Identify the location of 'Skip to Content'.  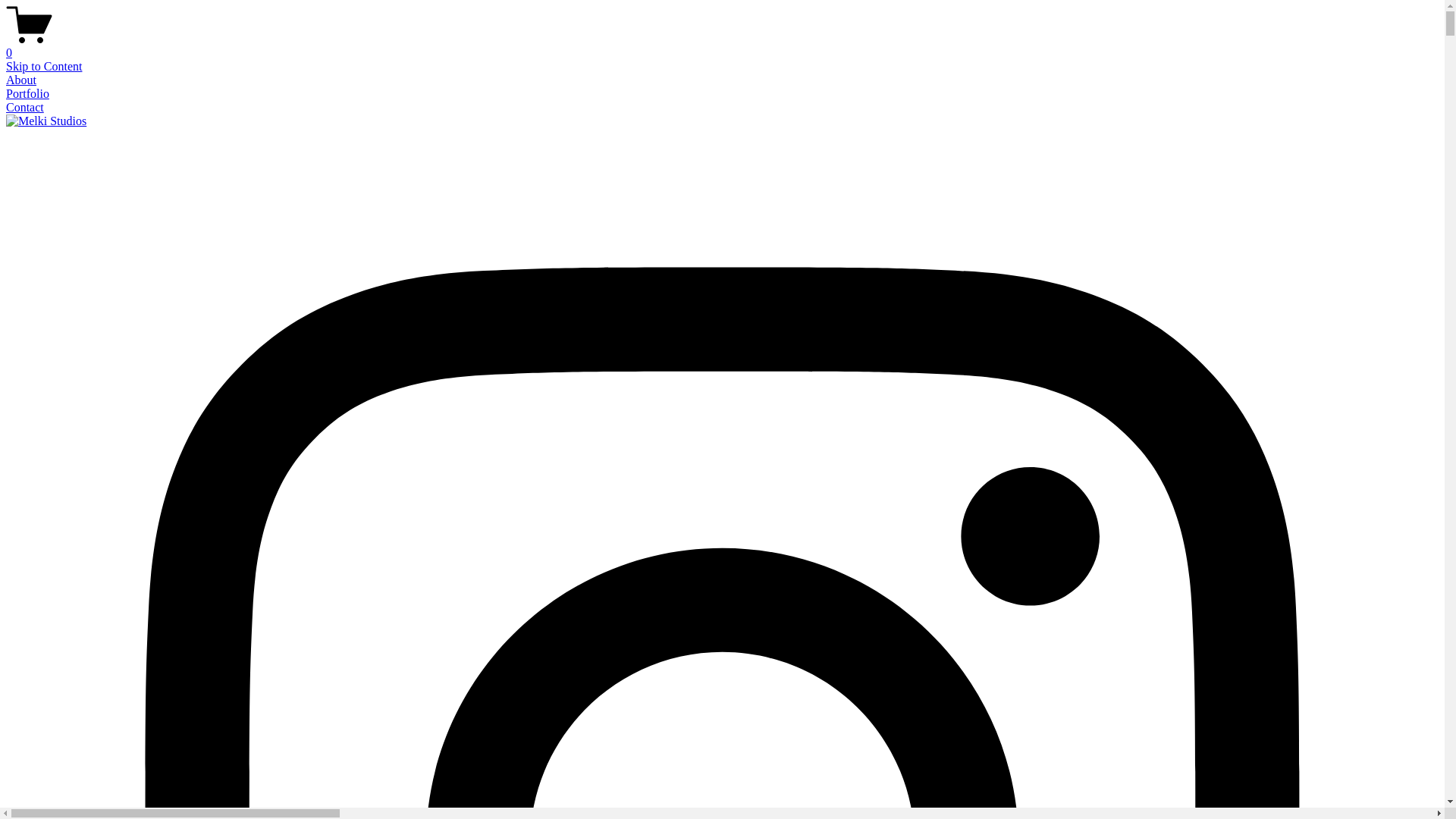
(6, 65).